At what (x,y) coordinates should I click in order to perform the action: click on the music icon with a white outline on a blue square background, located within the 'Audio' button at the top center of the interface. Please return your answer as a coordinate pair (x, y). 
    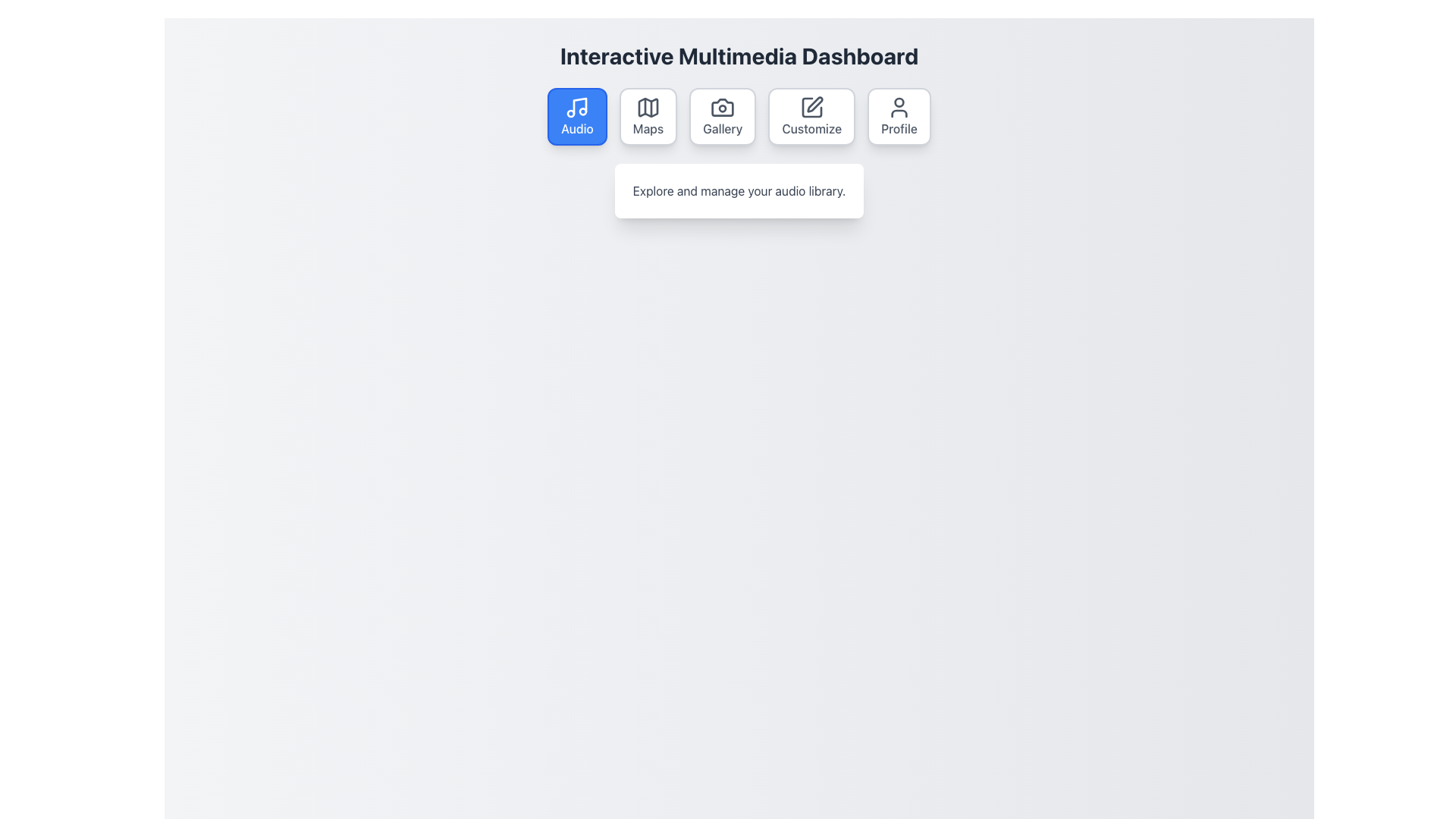
    Looking at the image, I should click on (576, 107).